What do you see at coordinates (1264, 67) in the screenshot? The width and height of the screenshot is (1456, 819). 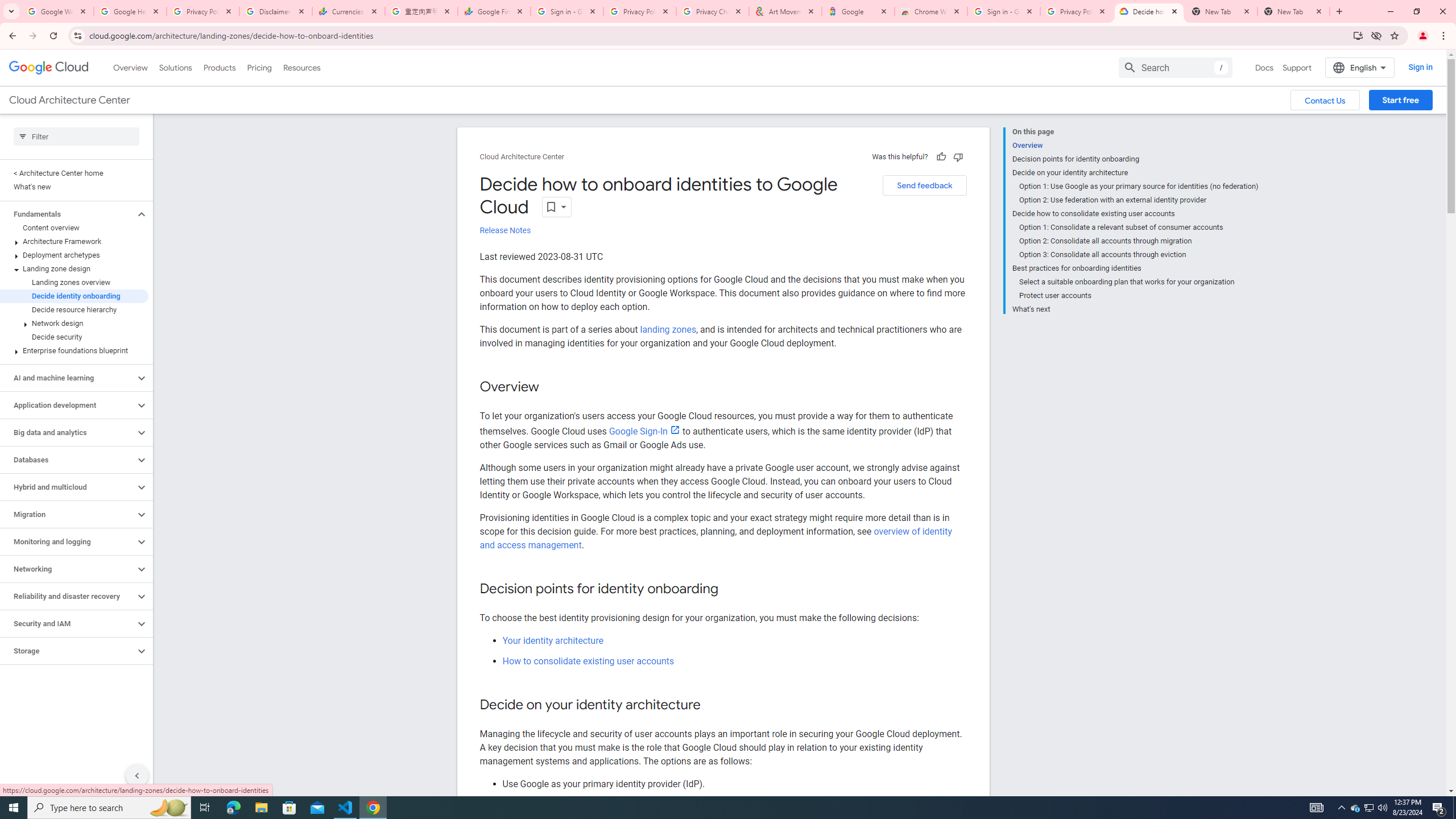 I see `'Docs, selected'` at bounding box center [1264, 67].